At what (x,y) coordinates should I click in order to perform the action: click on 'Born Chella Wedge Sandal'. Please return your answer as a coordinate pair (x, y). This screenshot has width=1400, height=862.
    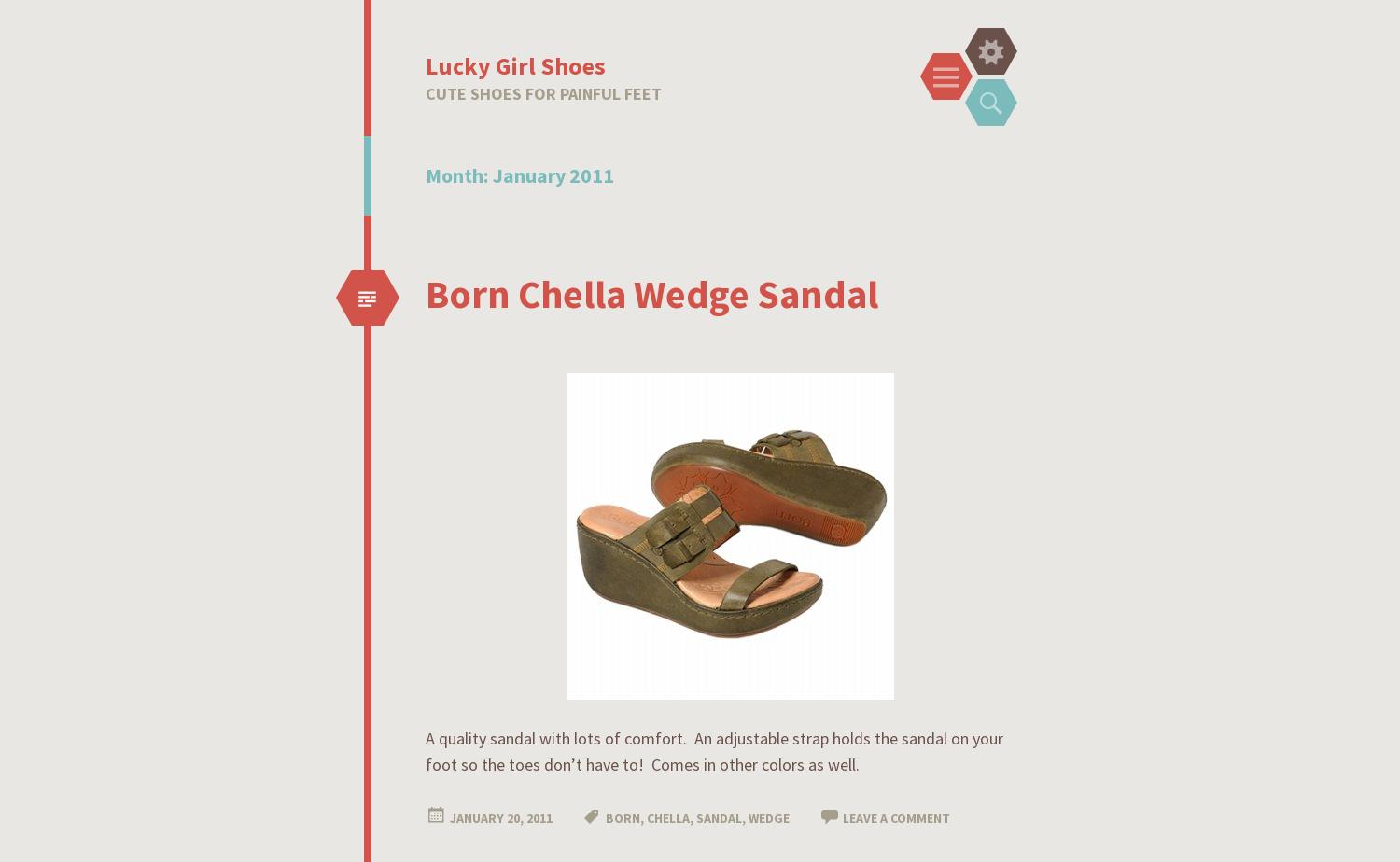
    Looking at the image, I should click on (651, 292).